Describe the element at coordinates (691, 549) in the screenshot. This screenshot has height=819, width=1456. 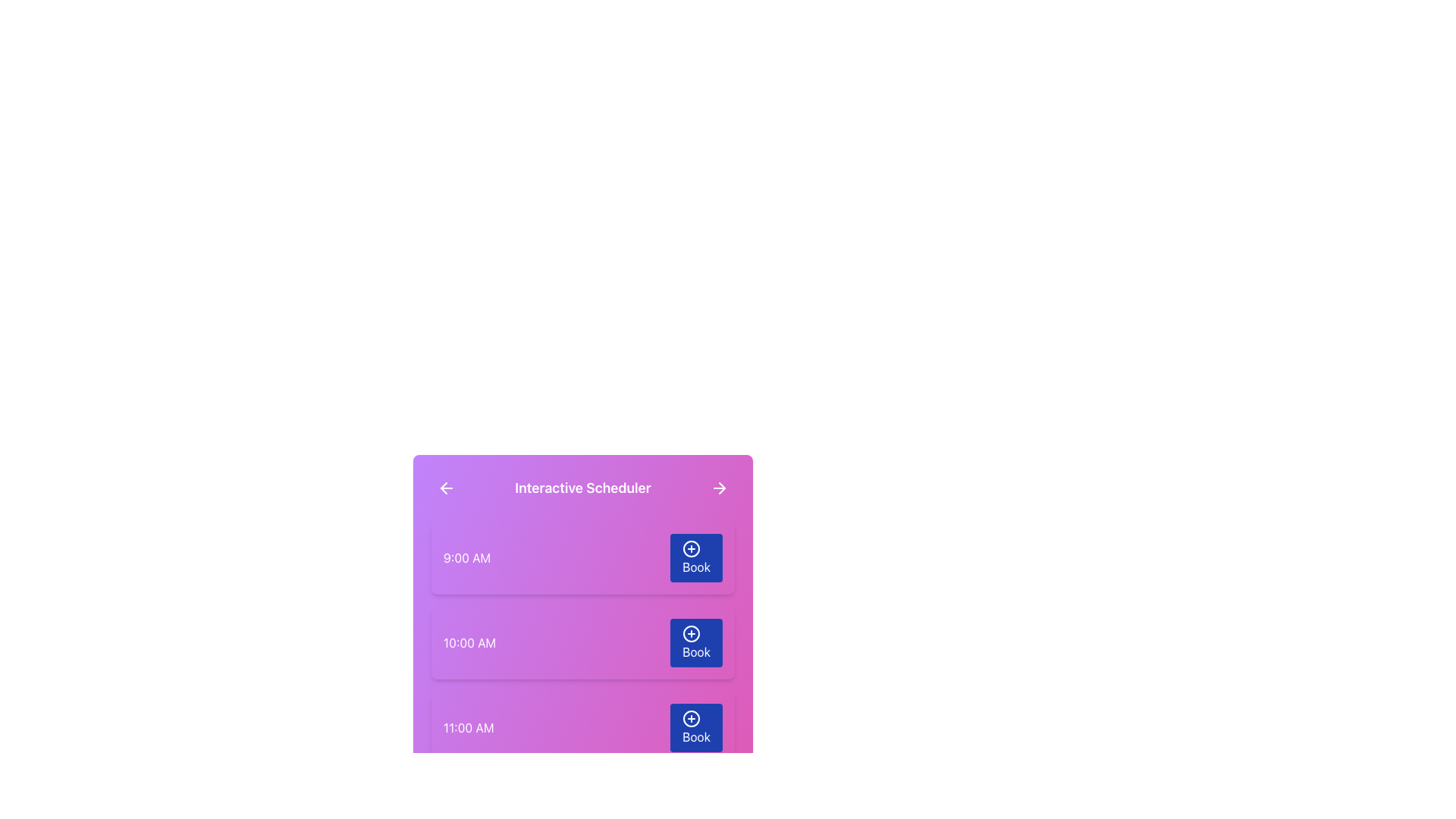
I see `the SVG Circle element filled with a distinct color located within the graphic layout containing the 'Book' label under the section labeled '9:00 AM'` at that location.